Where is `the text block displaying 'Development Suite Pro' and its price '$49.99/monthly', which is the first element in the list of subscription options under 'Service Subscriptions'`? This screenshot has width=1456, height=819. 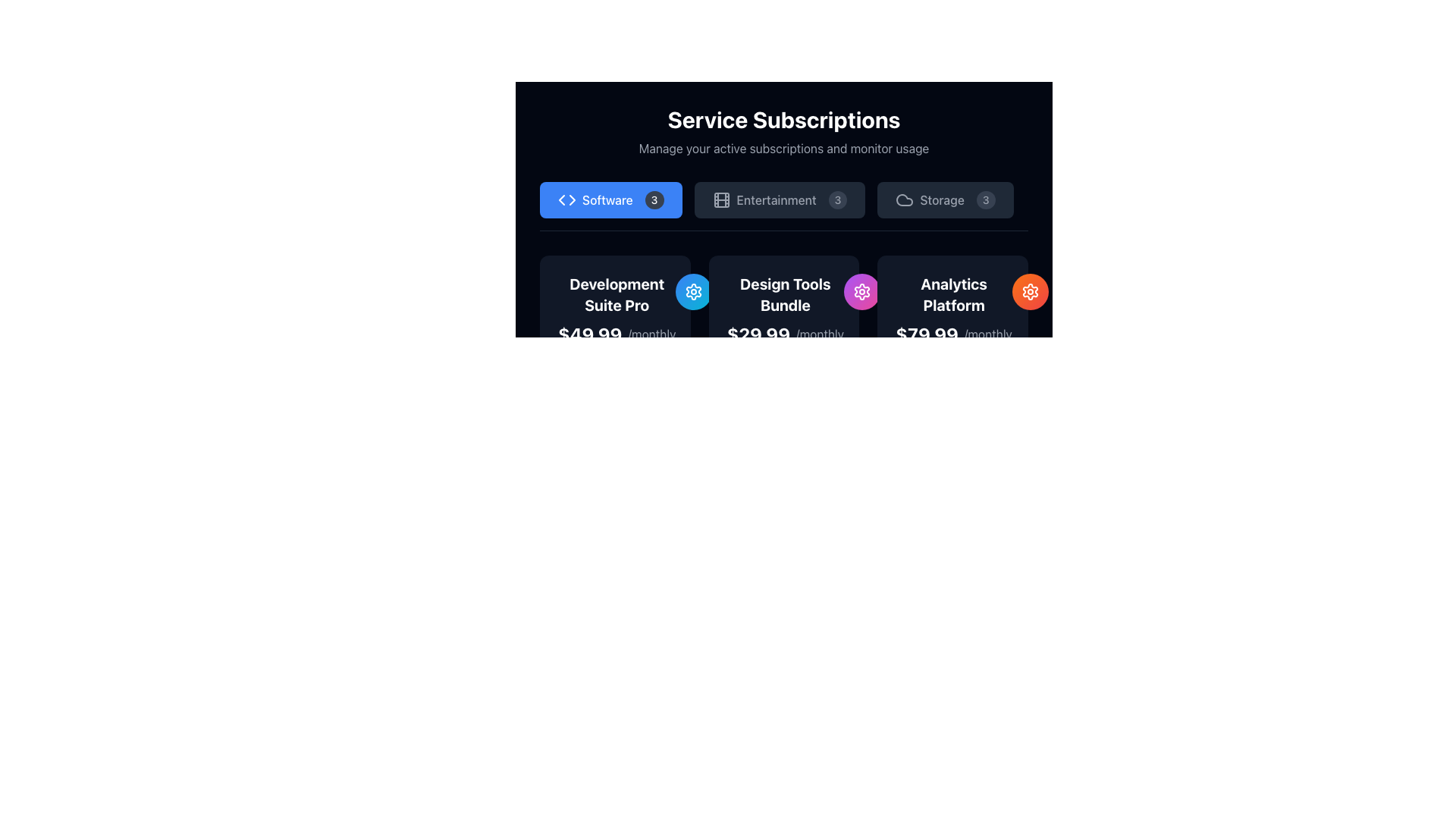
the text block displaying 'Development Suite Pro' and its price '$49.99/monthly', which is the first element in the list of subscription options under 'Service Subscriptions' is located at coordinates (617, 309).